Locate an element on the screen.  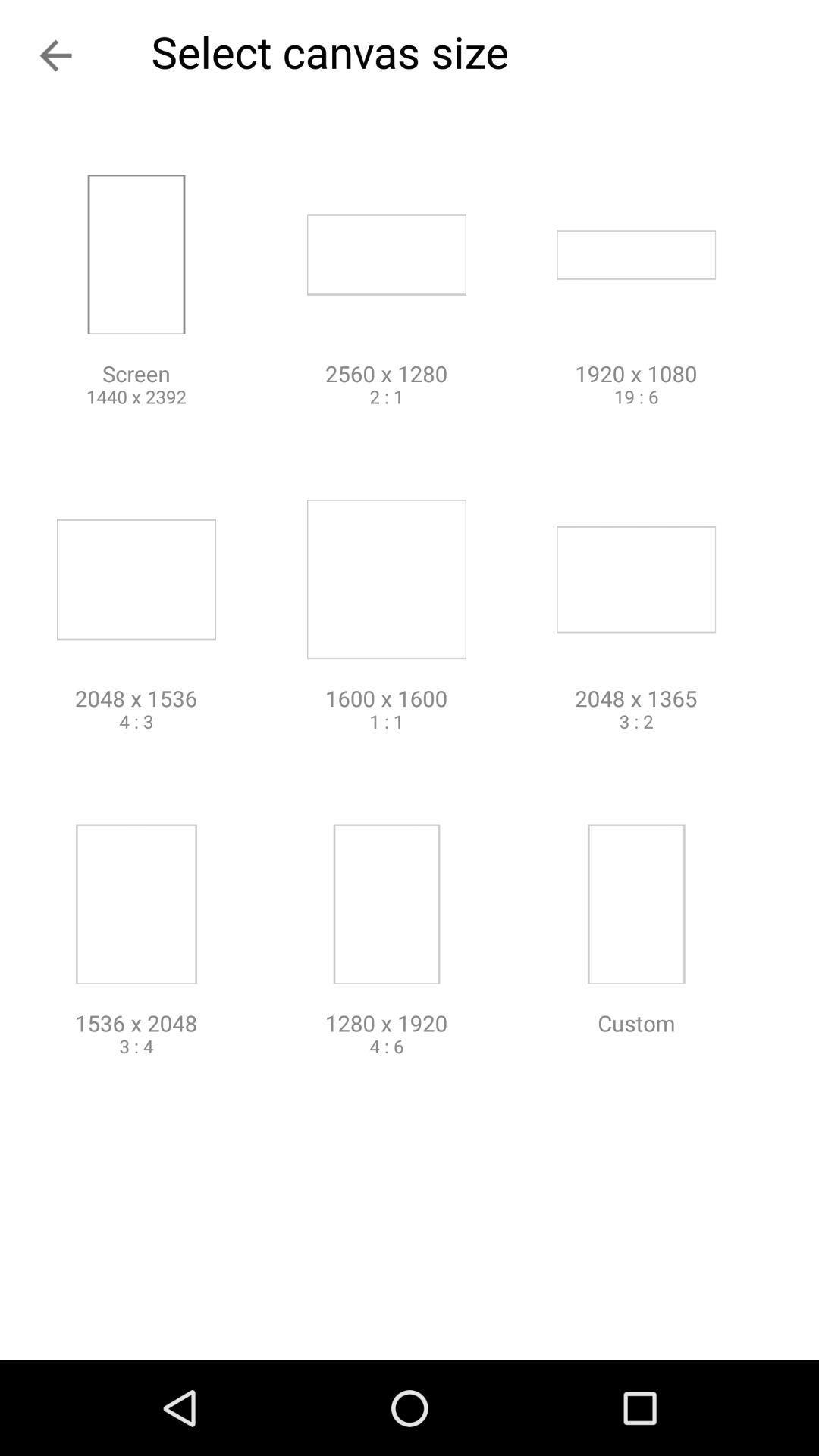
the arrow_backward icon is located at coordinates (55, 55).